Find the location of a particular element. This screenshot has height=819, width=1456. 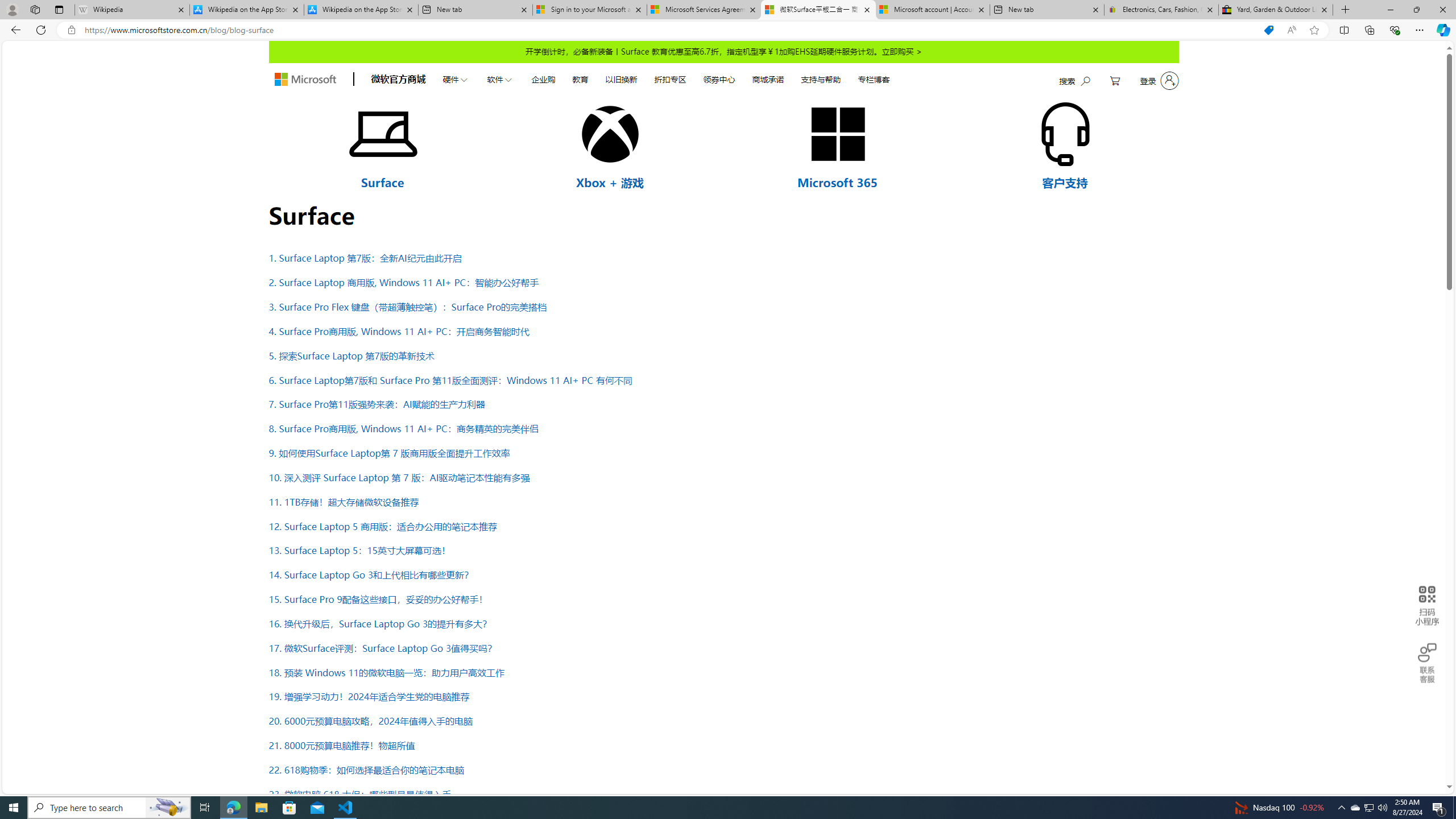

'Back' is located at coordinates (14, 29).